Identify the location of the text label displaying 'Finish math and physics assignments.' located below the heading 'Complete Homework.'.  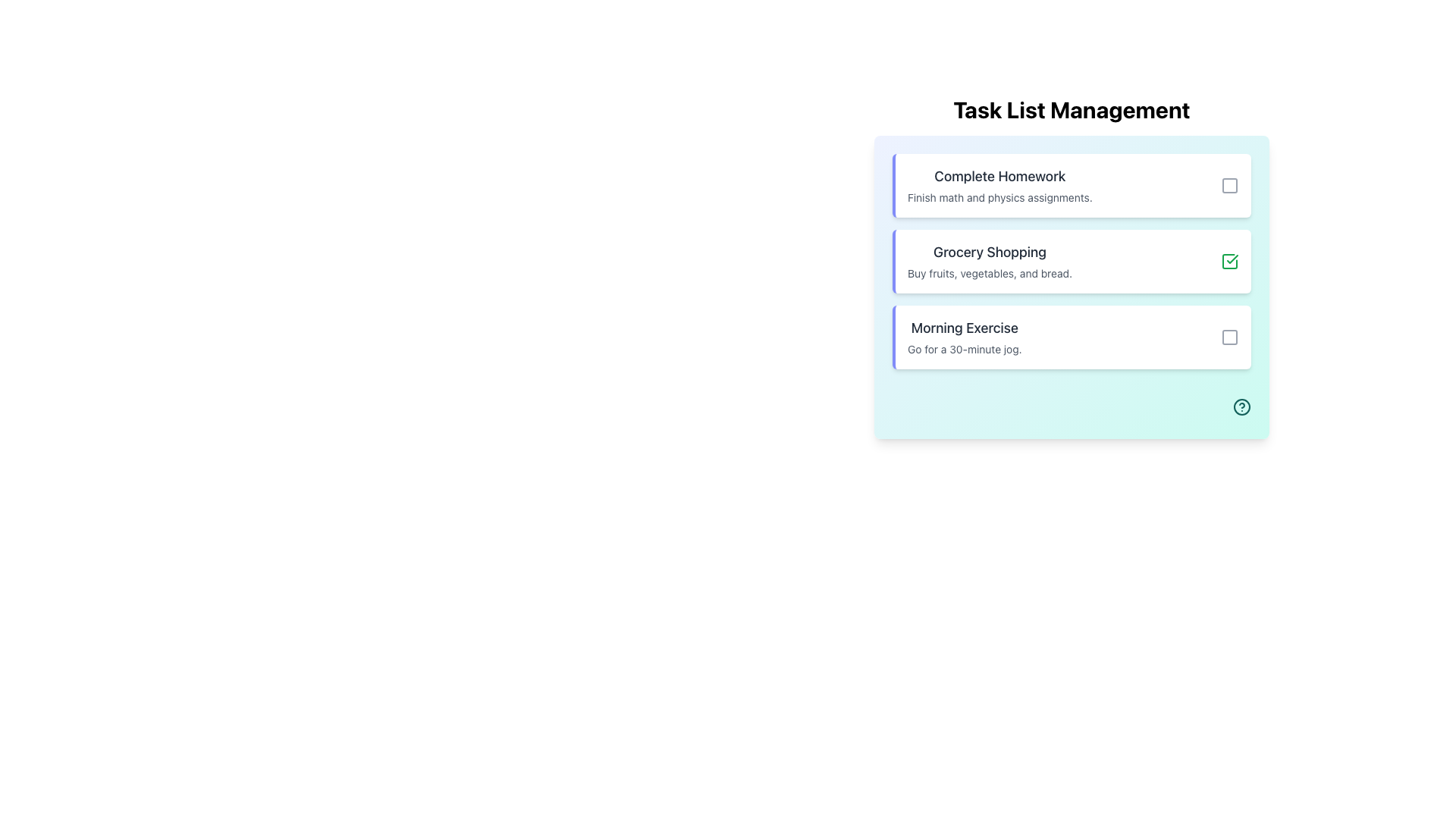
(999, 197).